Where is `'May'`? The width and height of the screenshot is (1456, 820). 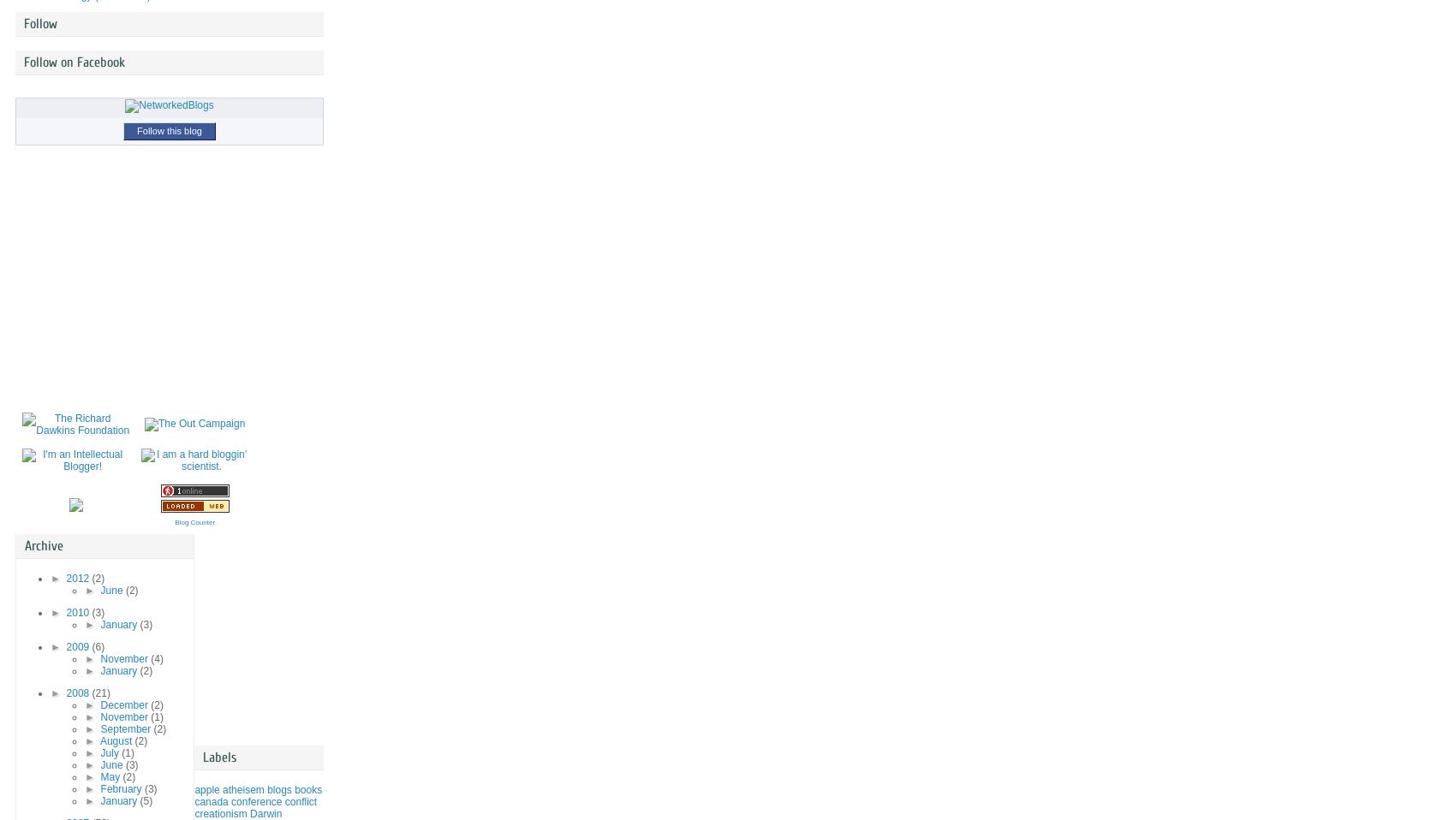
'May' is located at coordinates (110, 776).